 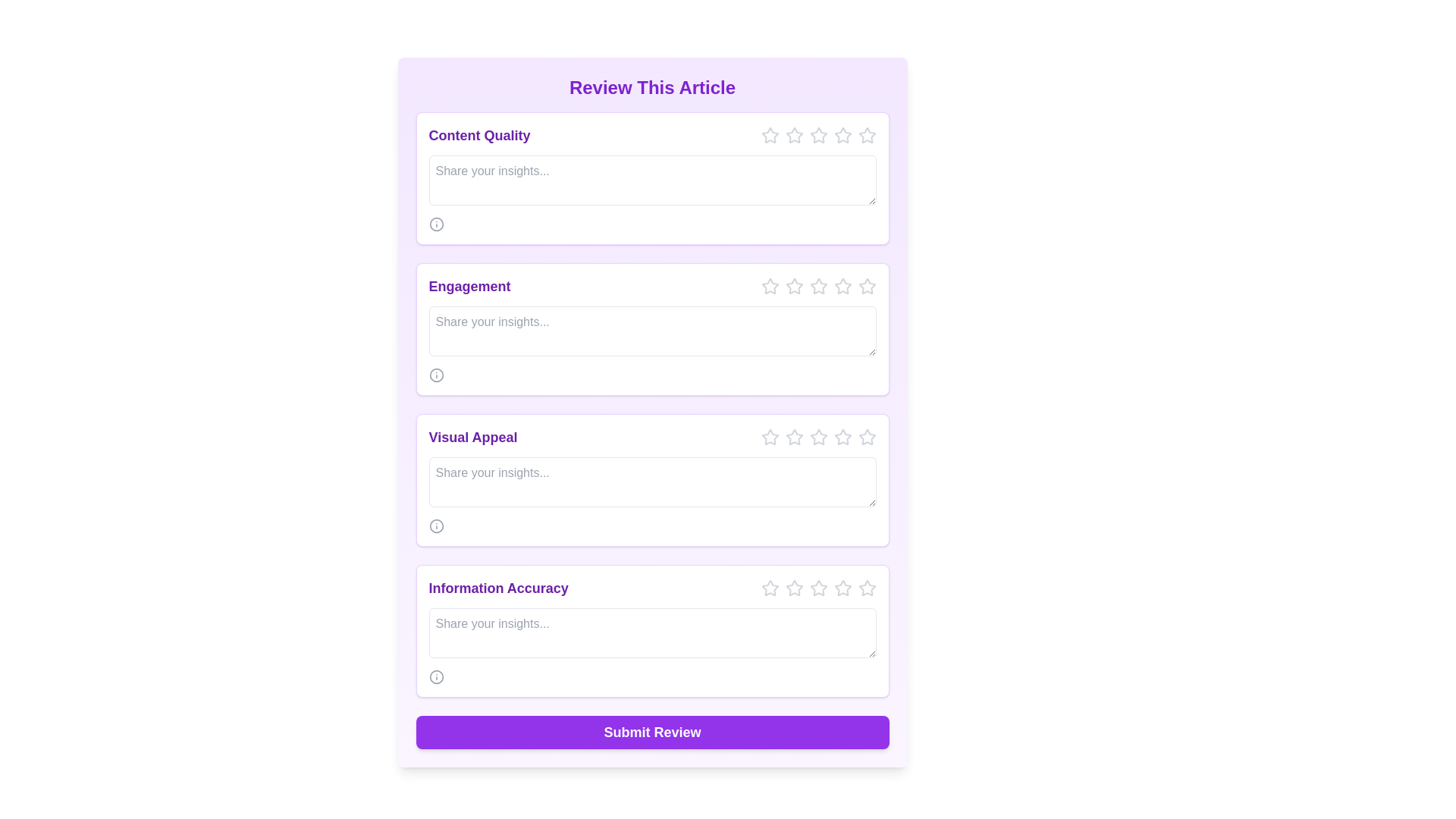 I want to click on the first star icon in the Star rating component, so click(x=769, y=436).